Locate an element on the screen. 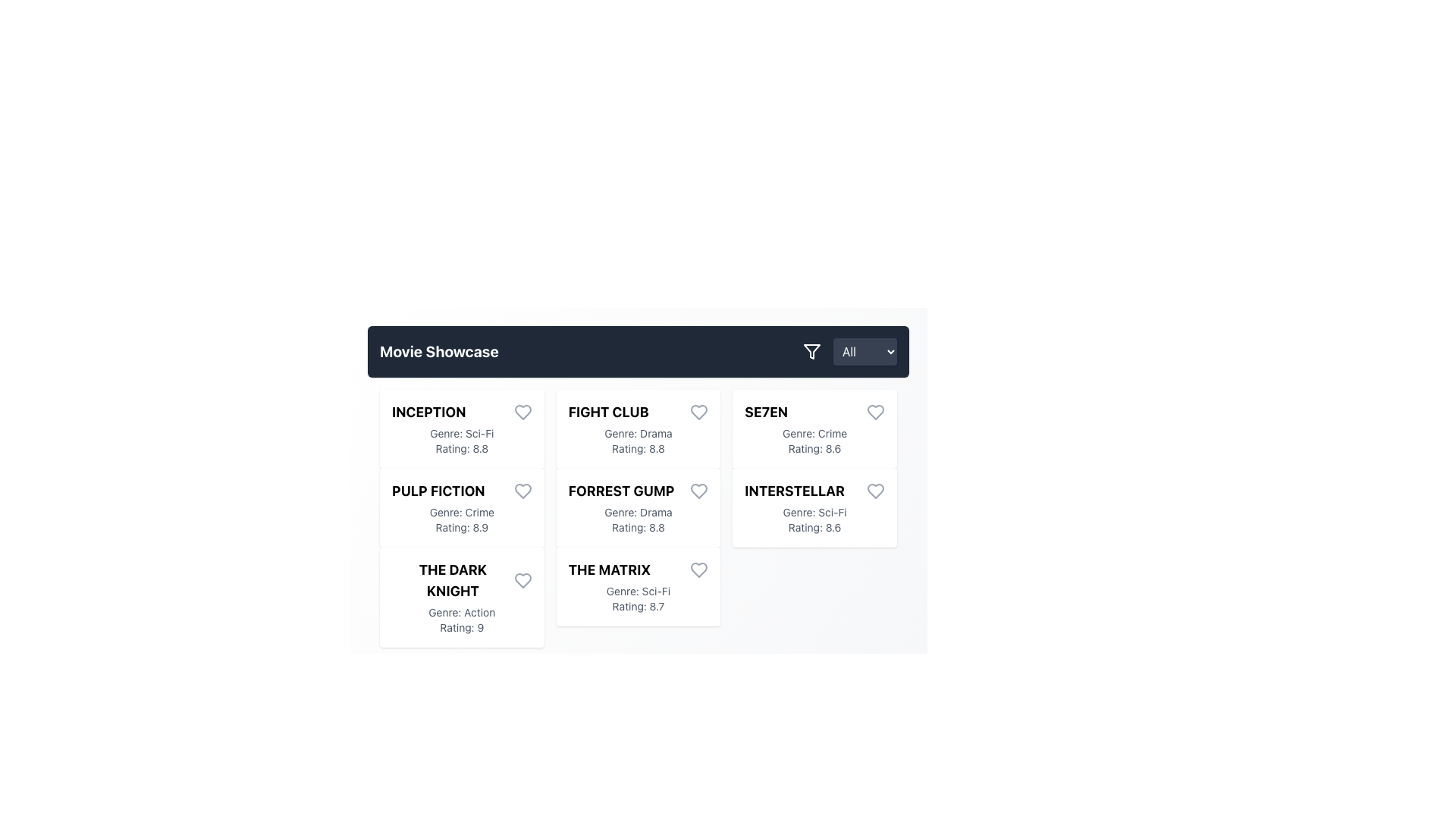 The width and height of the screenshot is (1456, 819). the heart-shaped icon in the top-right corner of the 'SE7EN' movie card to mark it as favorite is located at coordinates (875, 412).